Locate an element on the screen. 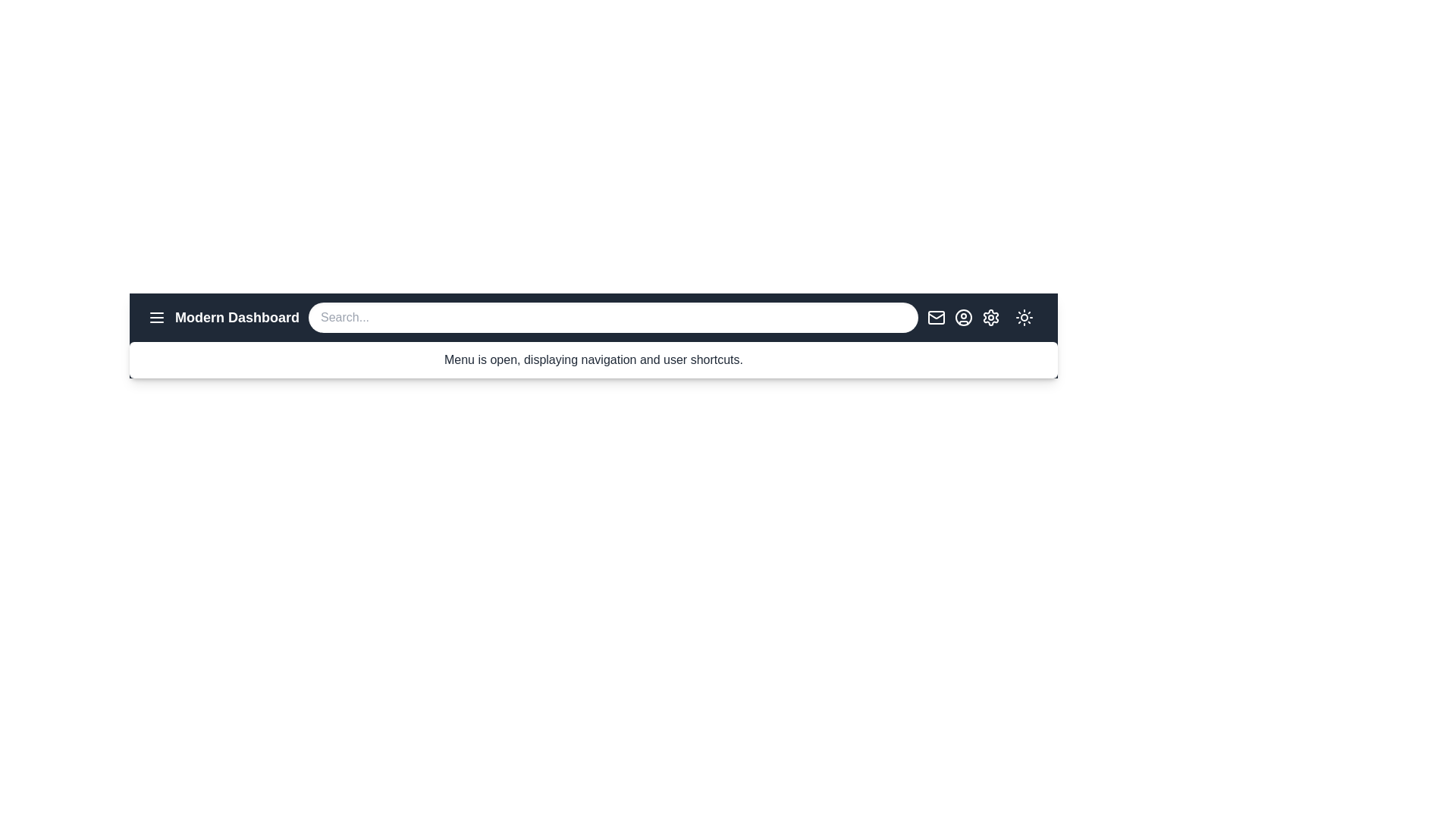 This screenshot has height=819, width=1456. the settings icon to open the settings menu is located at coordinates (990, 317).